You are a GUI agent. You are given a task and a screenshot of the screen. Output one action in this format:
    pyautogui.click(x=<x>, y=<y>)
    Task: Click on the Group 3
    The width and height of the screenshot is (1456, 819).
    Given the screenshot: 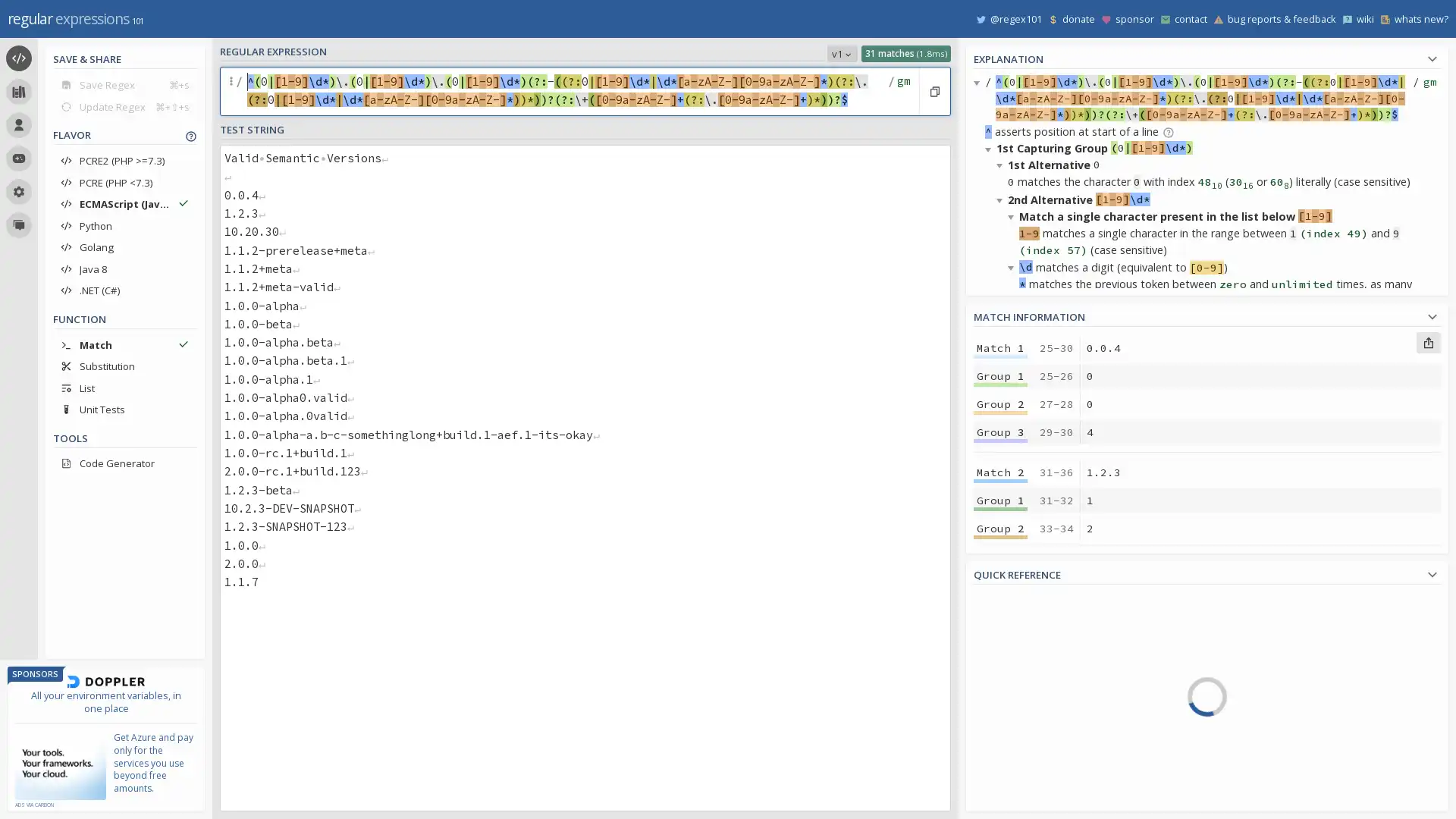 What is the action you would take?
    pyautogui.click(x=1000, y=680)
    